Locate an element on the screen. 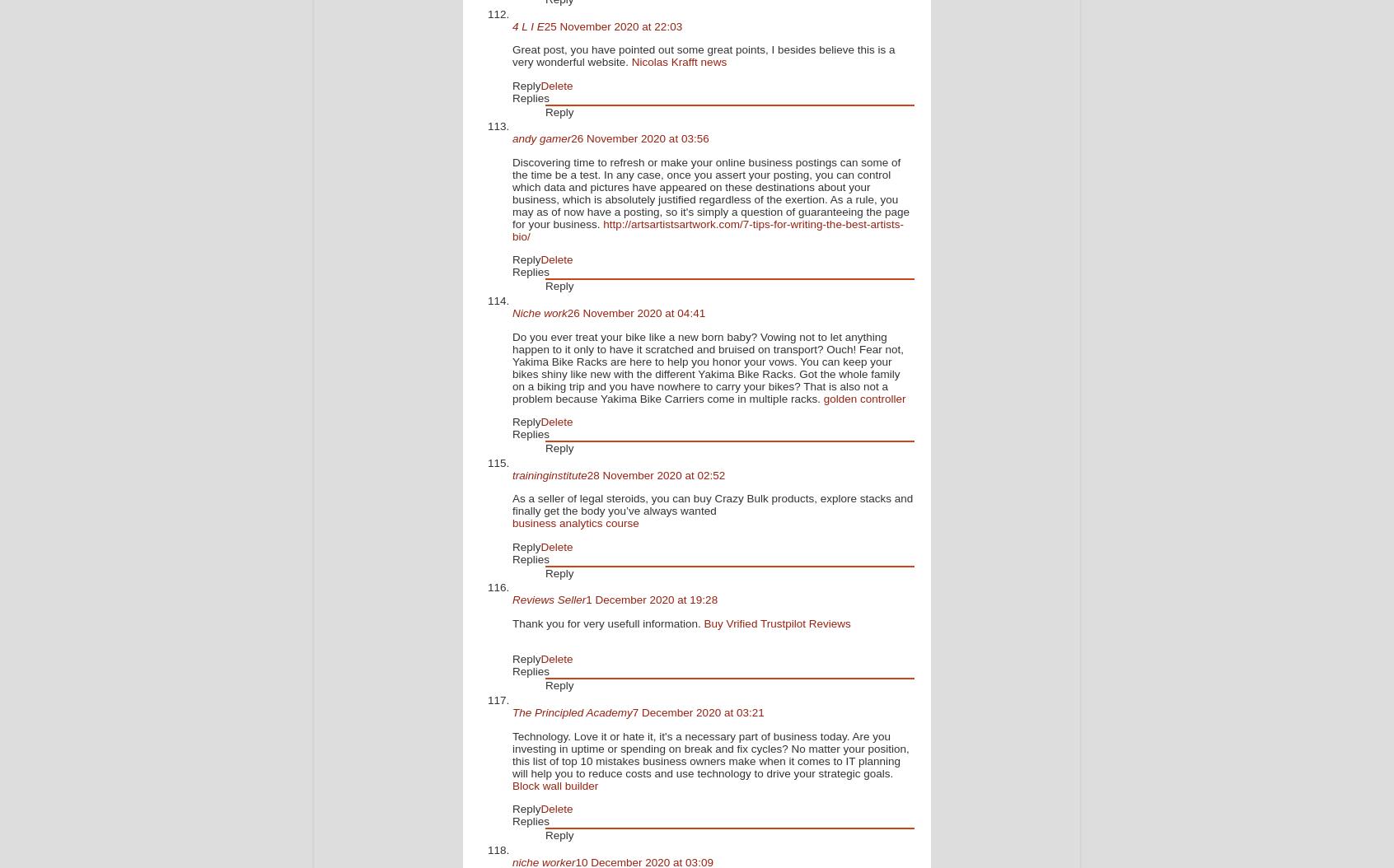 This screenshot has width=1394, height=868. '25 November 2020 at 22:03' is located at coordinates (611, 26).